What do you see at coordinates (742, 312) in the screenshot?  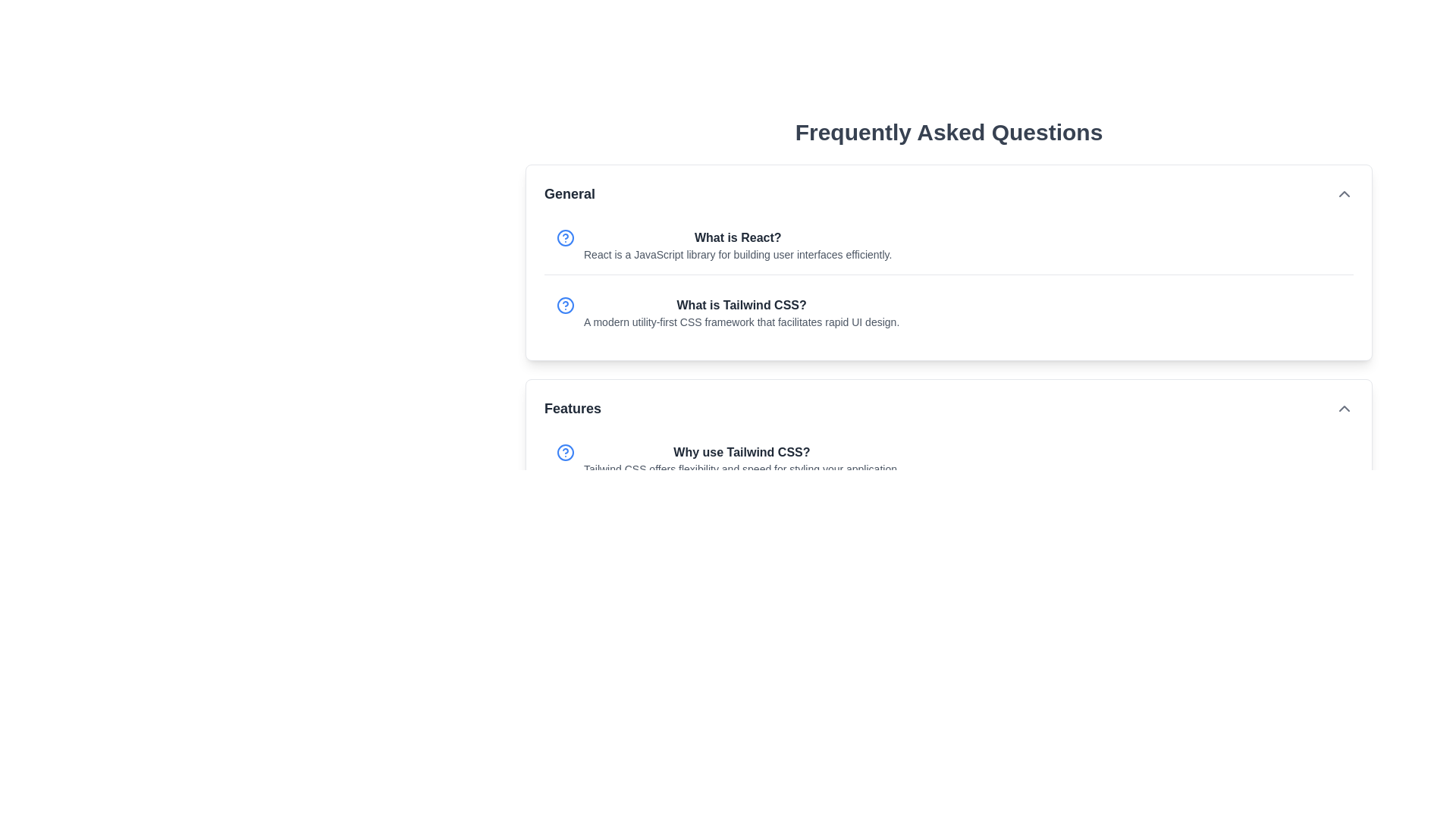 I see `the Text Content Block that contains the bold text 'What is Tailwind CSS?' and the lighter text 'A modern utility-first CSS framework that facilitates rapid UI design.' located under the 'General' section of the FAQ page` at bounding box center [742, 312].